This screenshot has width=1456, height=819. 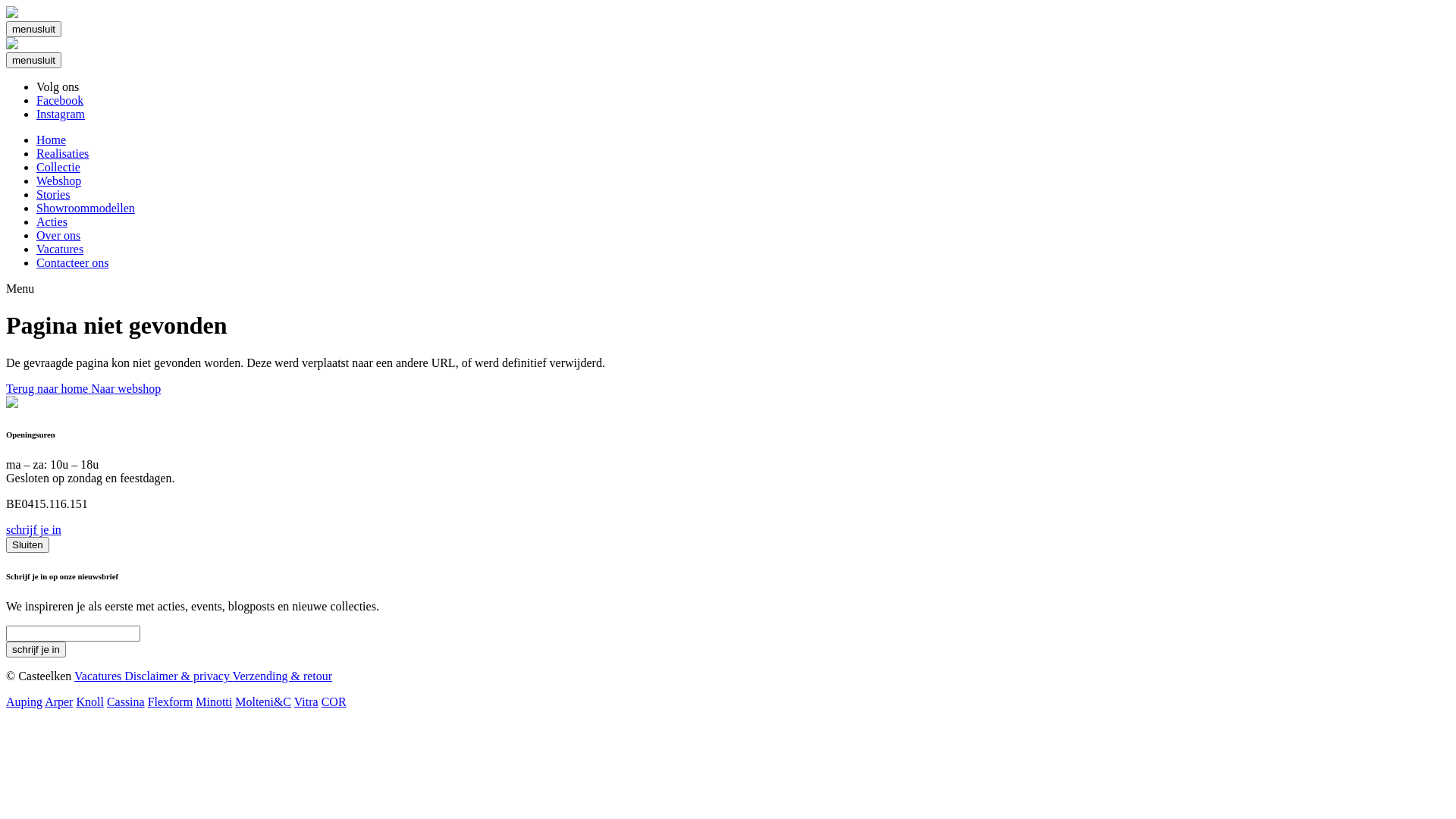 What do you see at coordinates (36, 221) in the screenshot?
I see `'Acties'` at bounding box center [36, 221].